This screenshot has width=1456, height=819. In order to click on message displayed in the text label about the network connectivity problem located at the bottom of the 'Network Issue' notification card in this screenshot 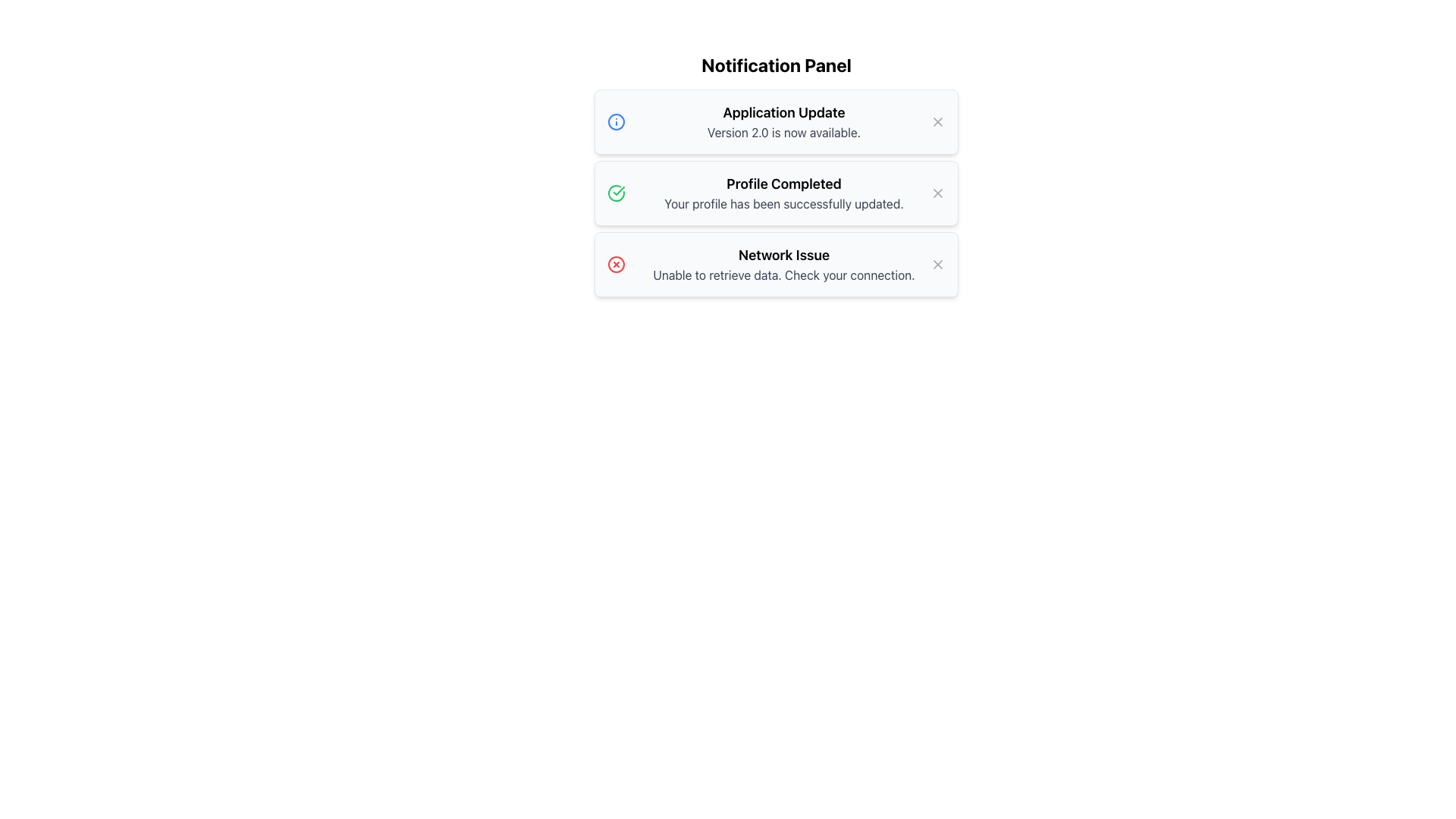, I will do `click(783, 275)`.